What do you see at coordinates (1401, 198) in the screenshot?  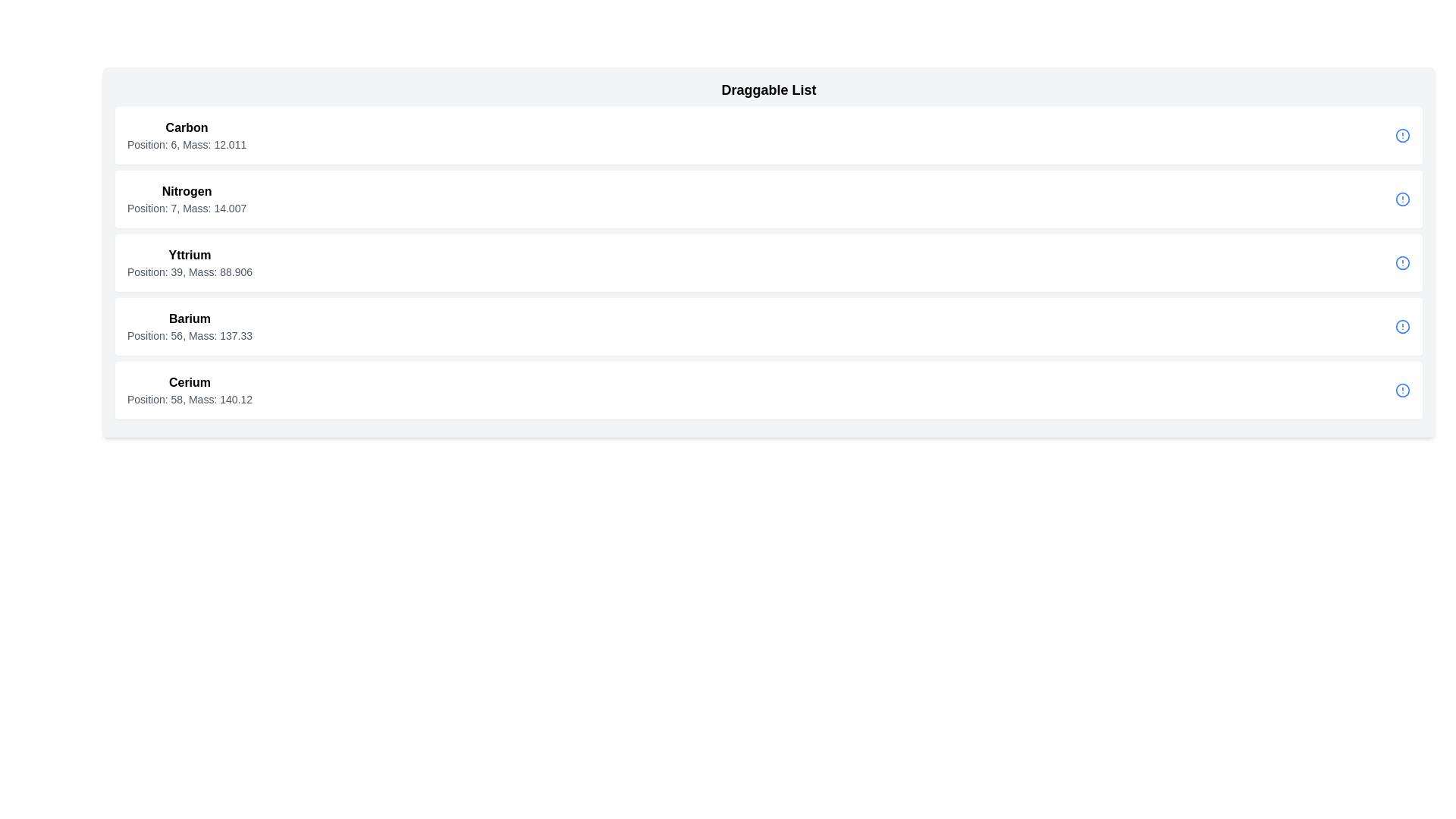 I see `the blue circular icon displayed in the 'Nitrogen' row` at bounding box center [1401, 198].